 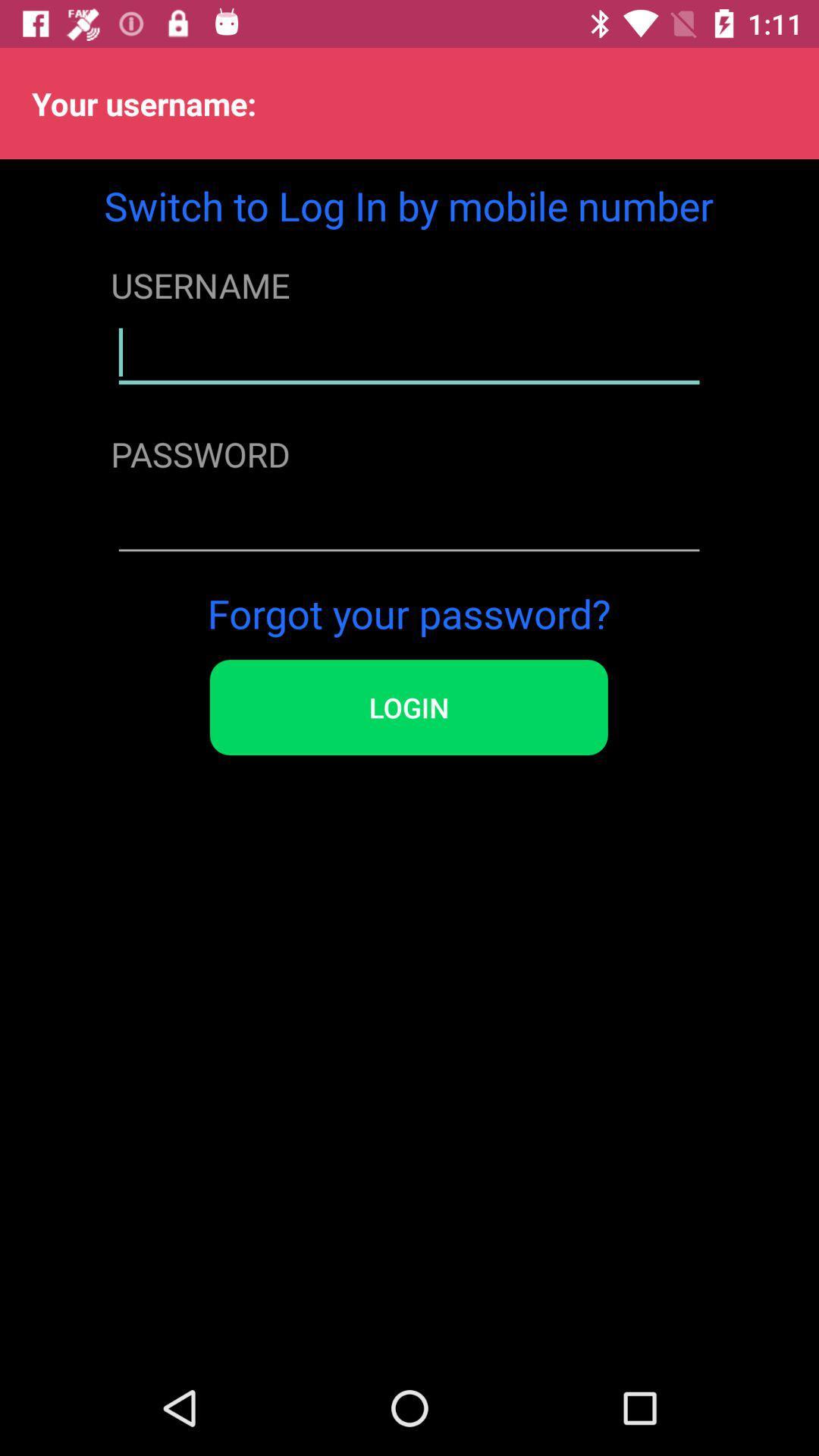 What do you see at coordinates (408, 706) in the screenshot?
I see `the login icon` at bounding box center [408, 706].